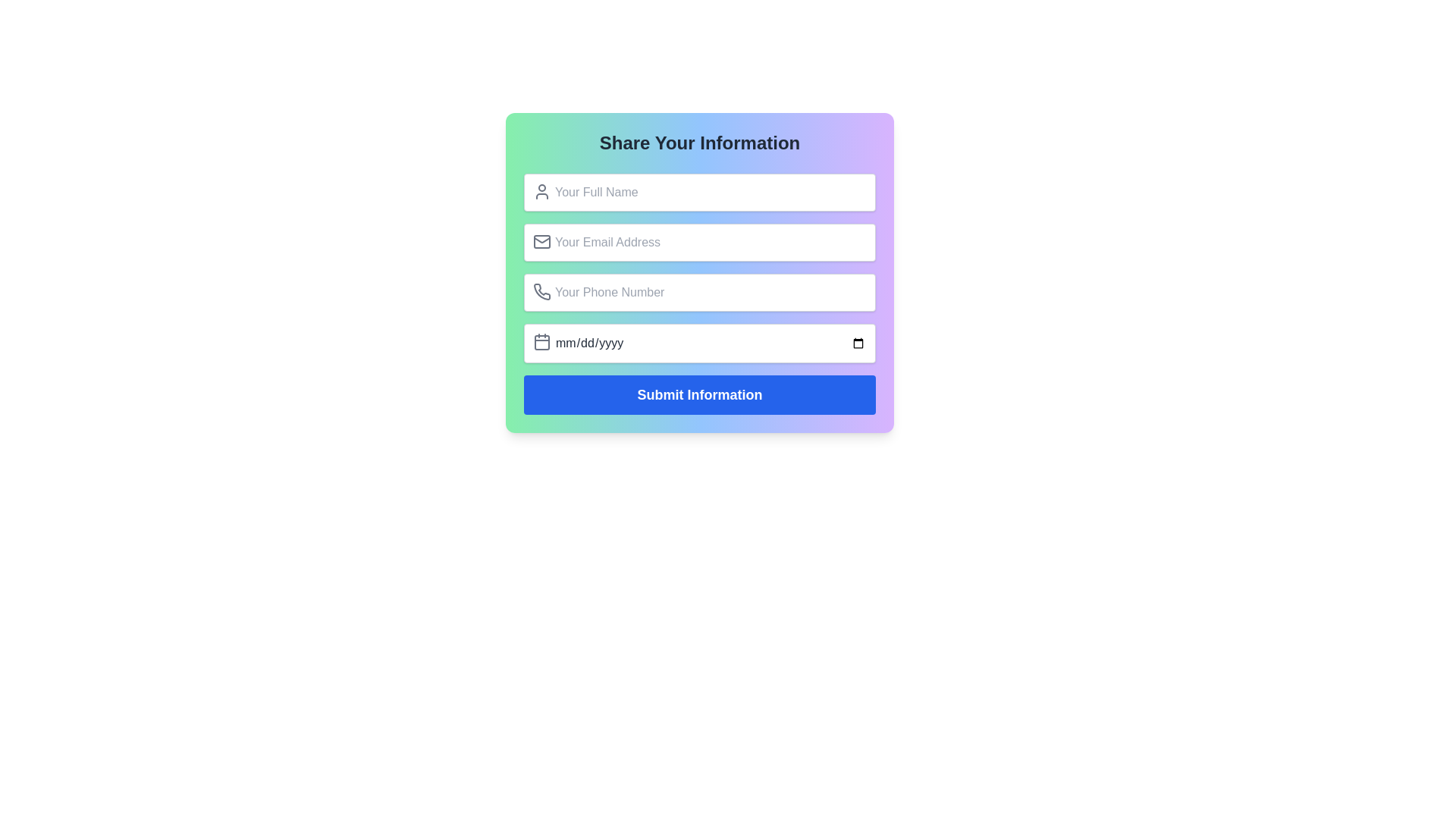 Image resolution: width=1456 pixels, height=819 pixels. What do you see at coordinates (698, 242) in the screenshot?
I see `the email input field located below 'Your Full Name' and above 'Your Phone Number' in the form titled 'Share Your Information'` at bounding box center [698, 242].